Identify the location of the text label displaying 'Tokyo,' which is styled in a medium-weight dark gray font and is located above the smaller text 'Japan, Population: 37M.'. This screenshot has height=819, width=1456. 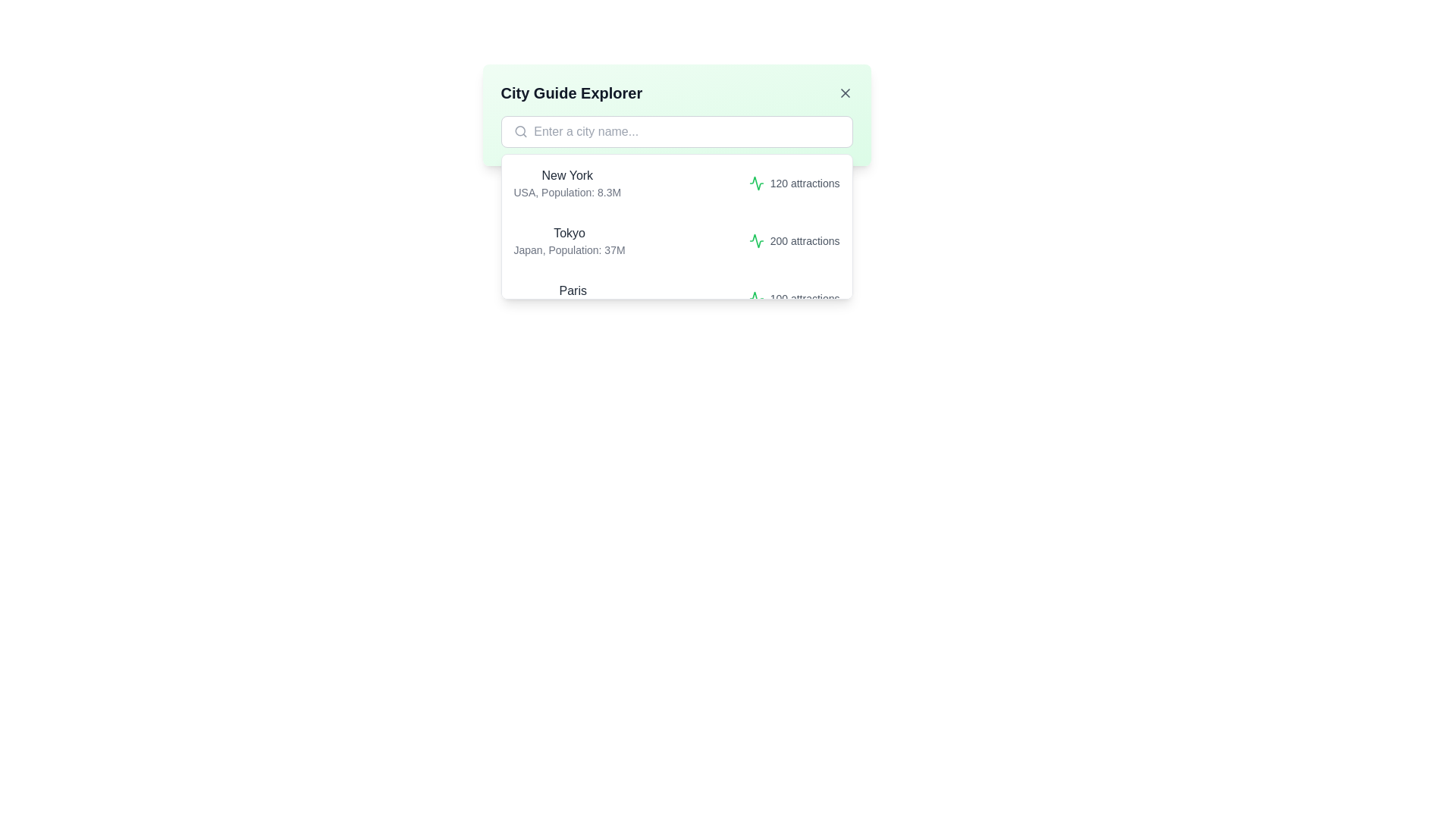
(569, 234).